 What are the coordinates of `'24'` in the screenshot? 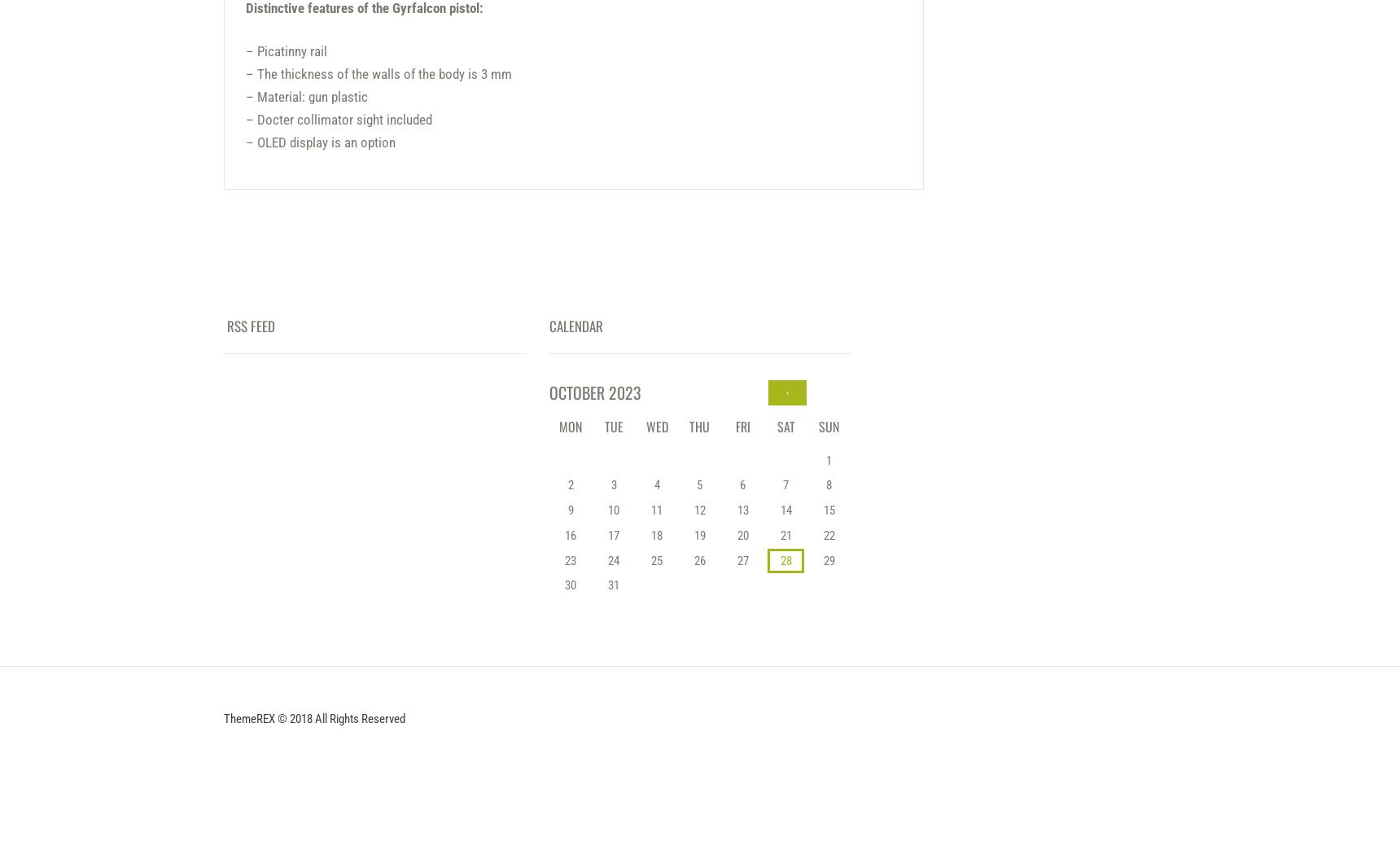 It's located at (613, 559).